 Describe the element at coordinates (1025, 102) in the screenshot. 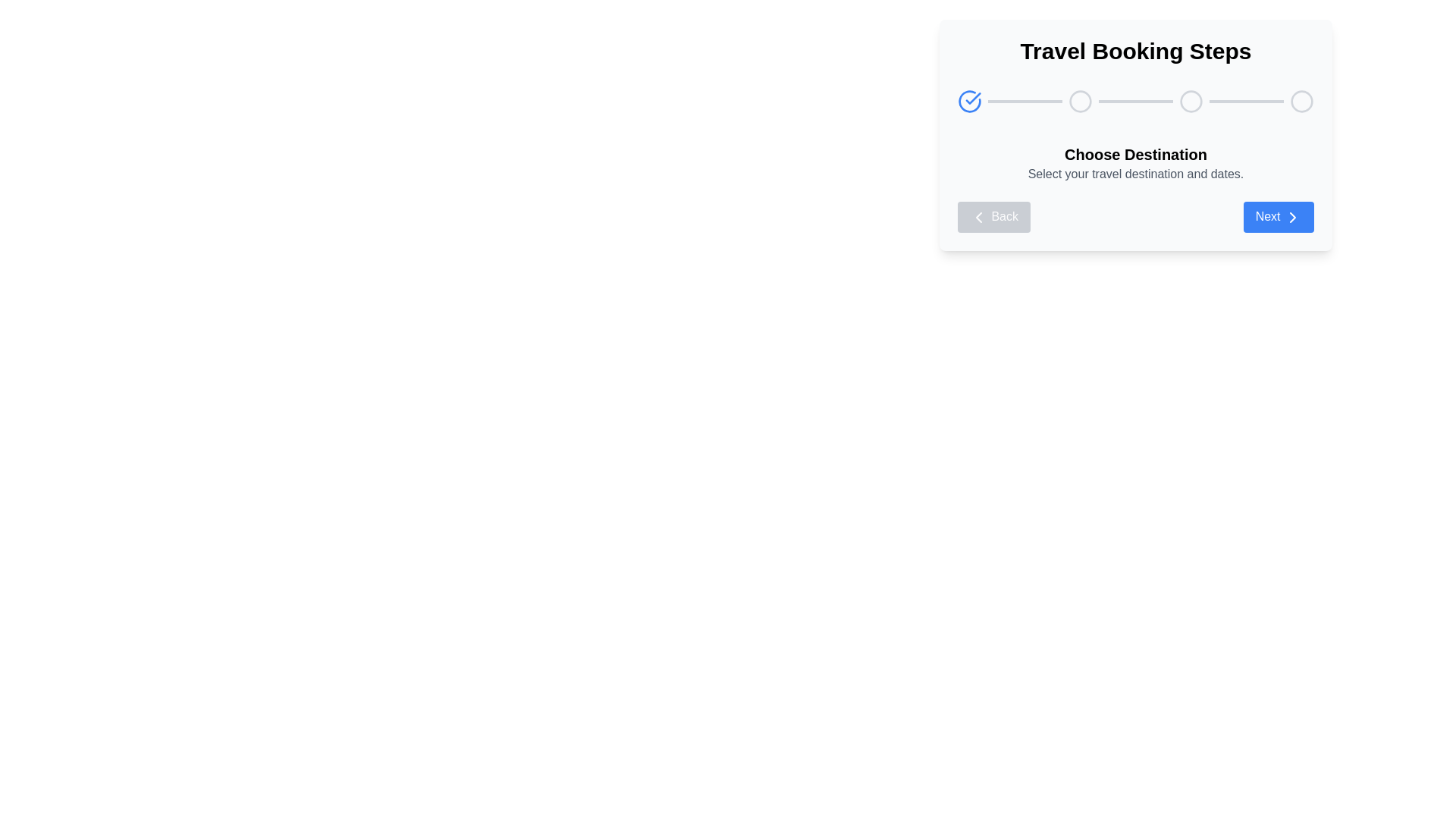

I see `the first progress bar segment in the 'Travel Booking Steps' interface, which features a gray background and a blue progress indicator` at that location.